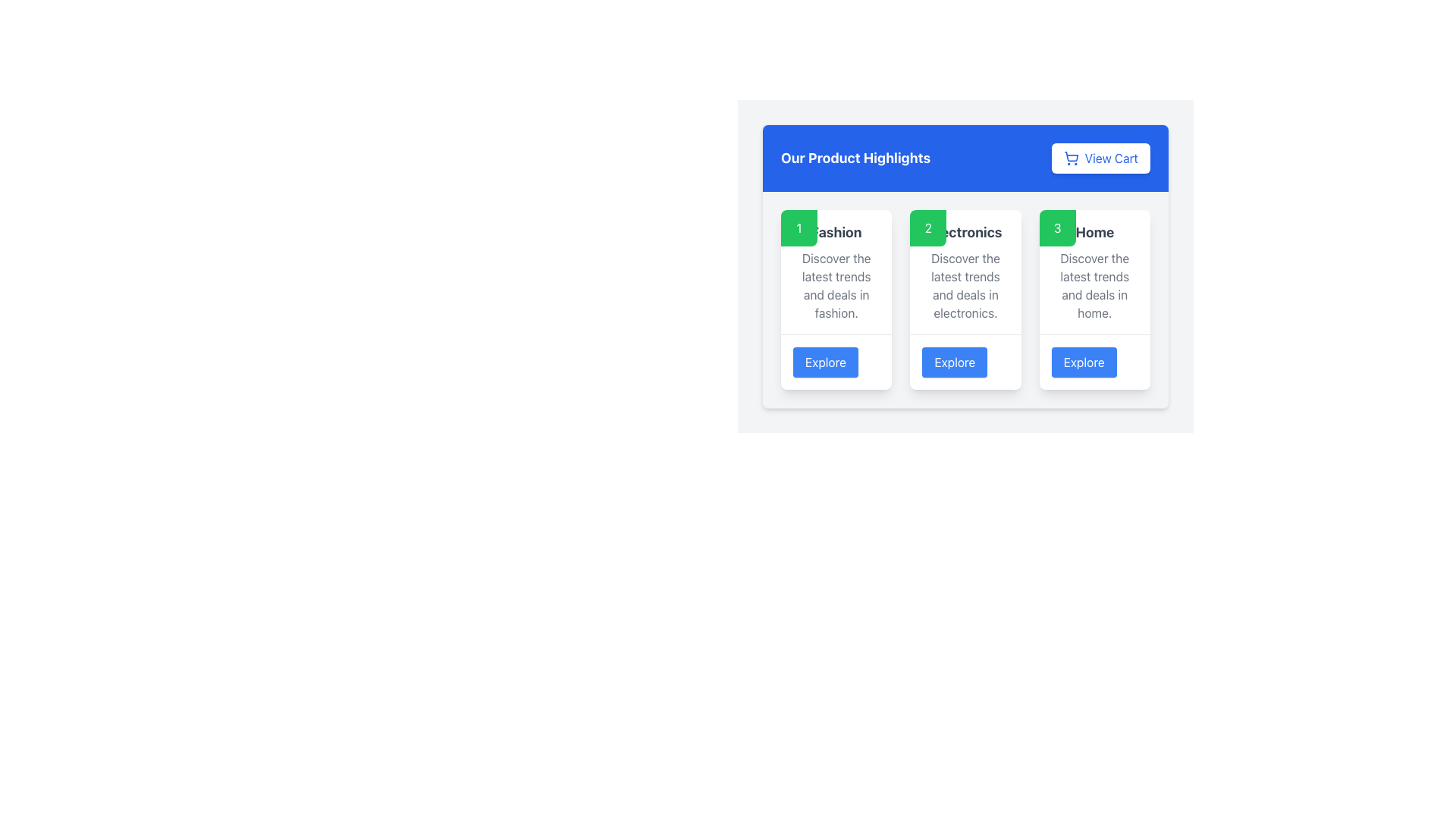 This screenshot has width=1456, height=819. I want to click on the blue 'Explore' button with white text, located at the bottom of the first card in a grid of three cards, so click(836, 362).